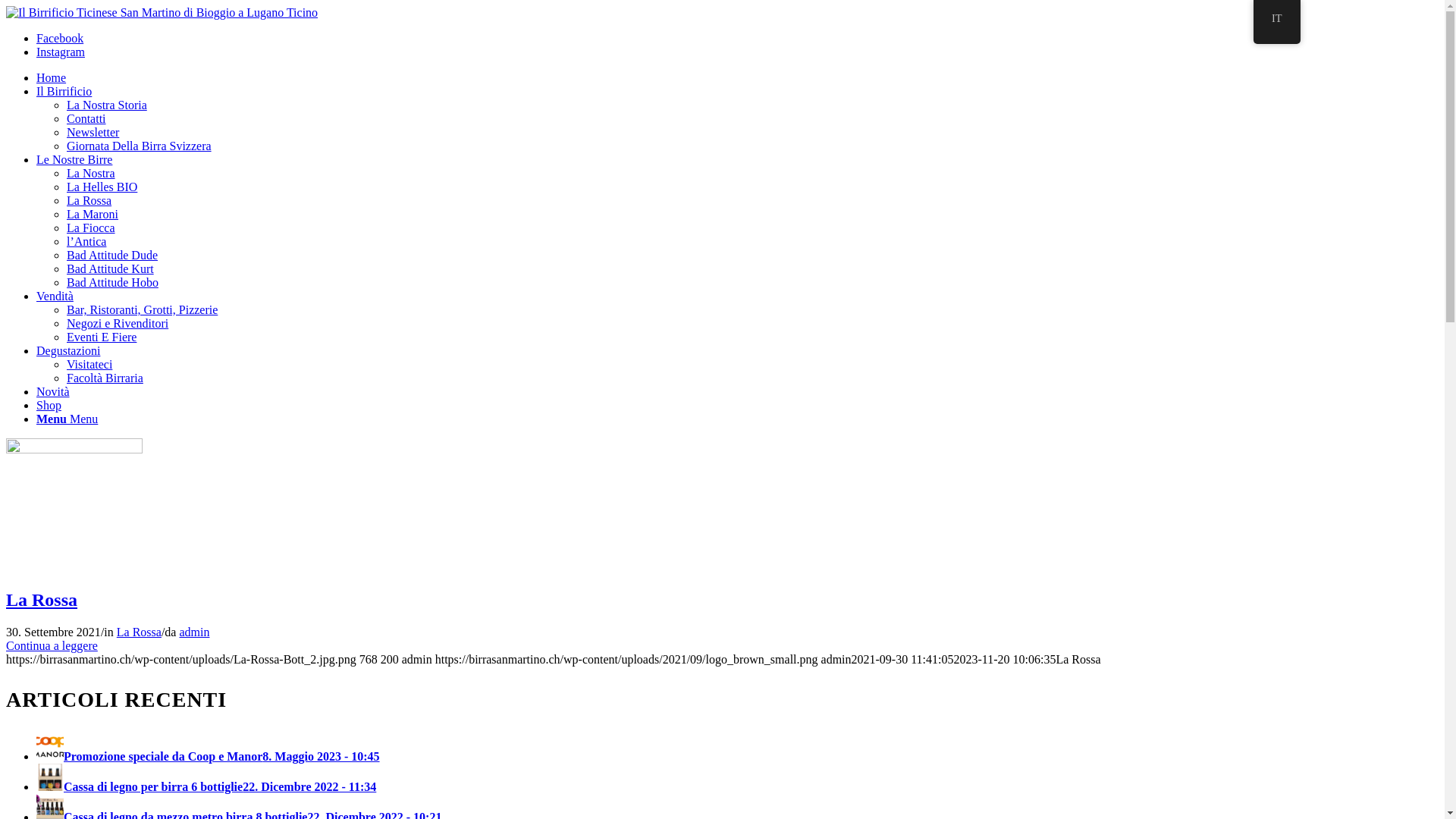 This screenshot has width=1456, height=819. Describe the element at coordinates (1276, 22) in the screenshot. I see `'IT'` at that location.